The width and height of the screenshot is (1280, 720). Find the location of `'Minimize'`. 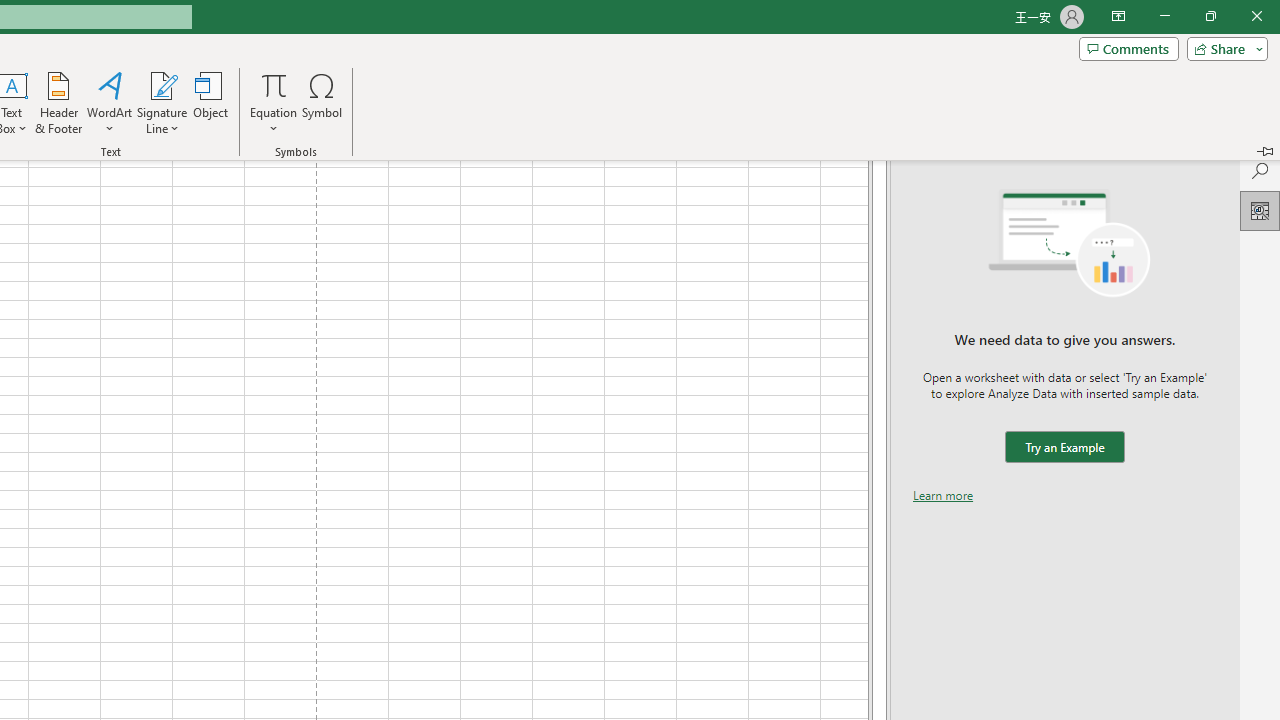

'Minimize' is located at coordinates (1164, 16).